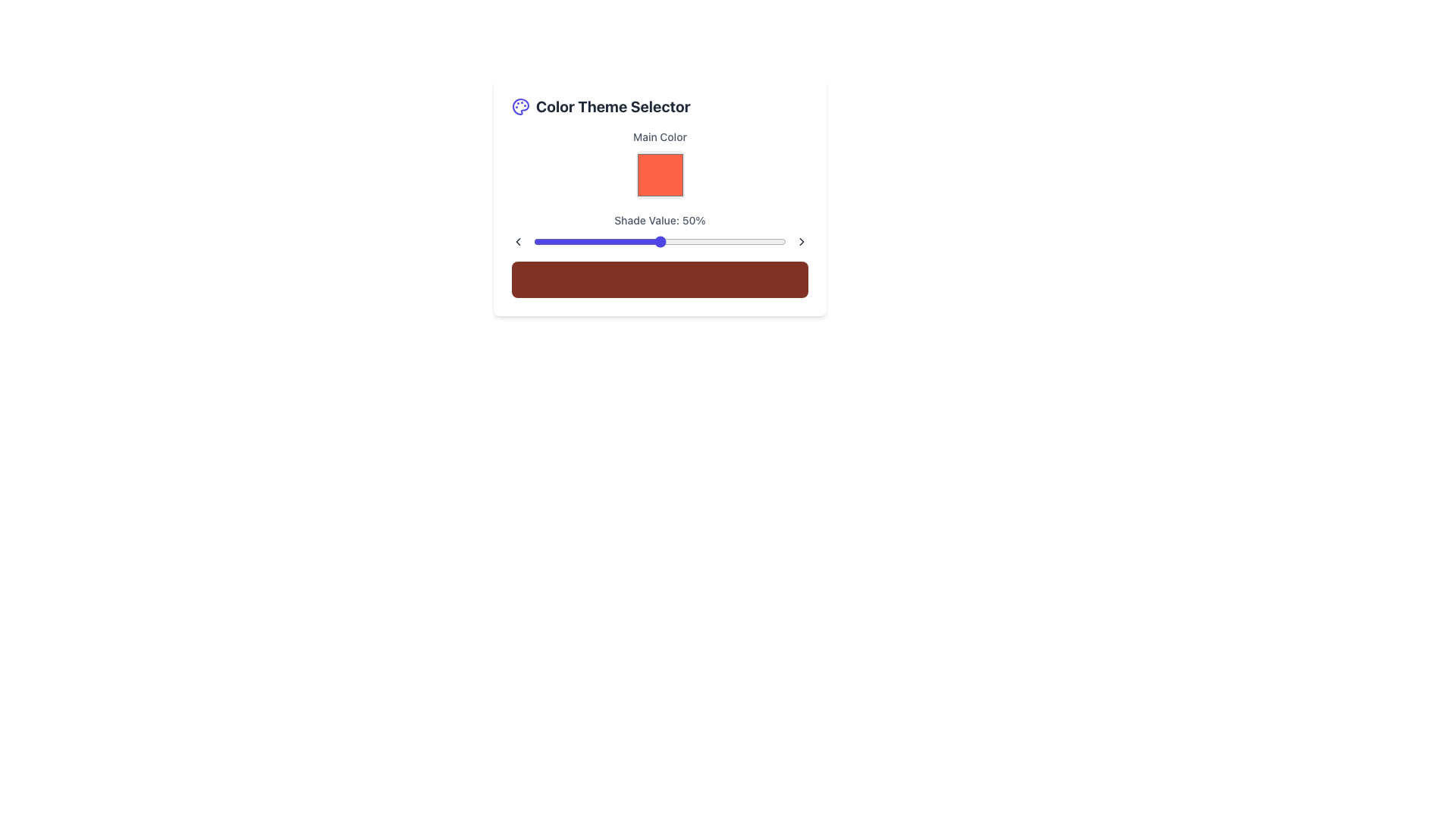 This screenshot has height=819, width=1456. What do you see at coordinates (660, 174) in the screenshot?
I see `the Color Picker located in the 'Main Color' section` at bounding box center [660, 174].